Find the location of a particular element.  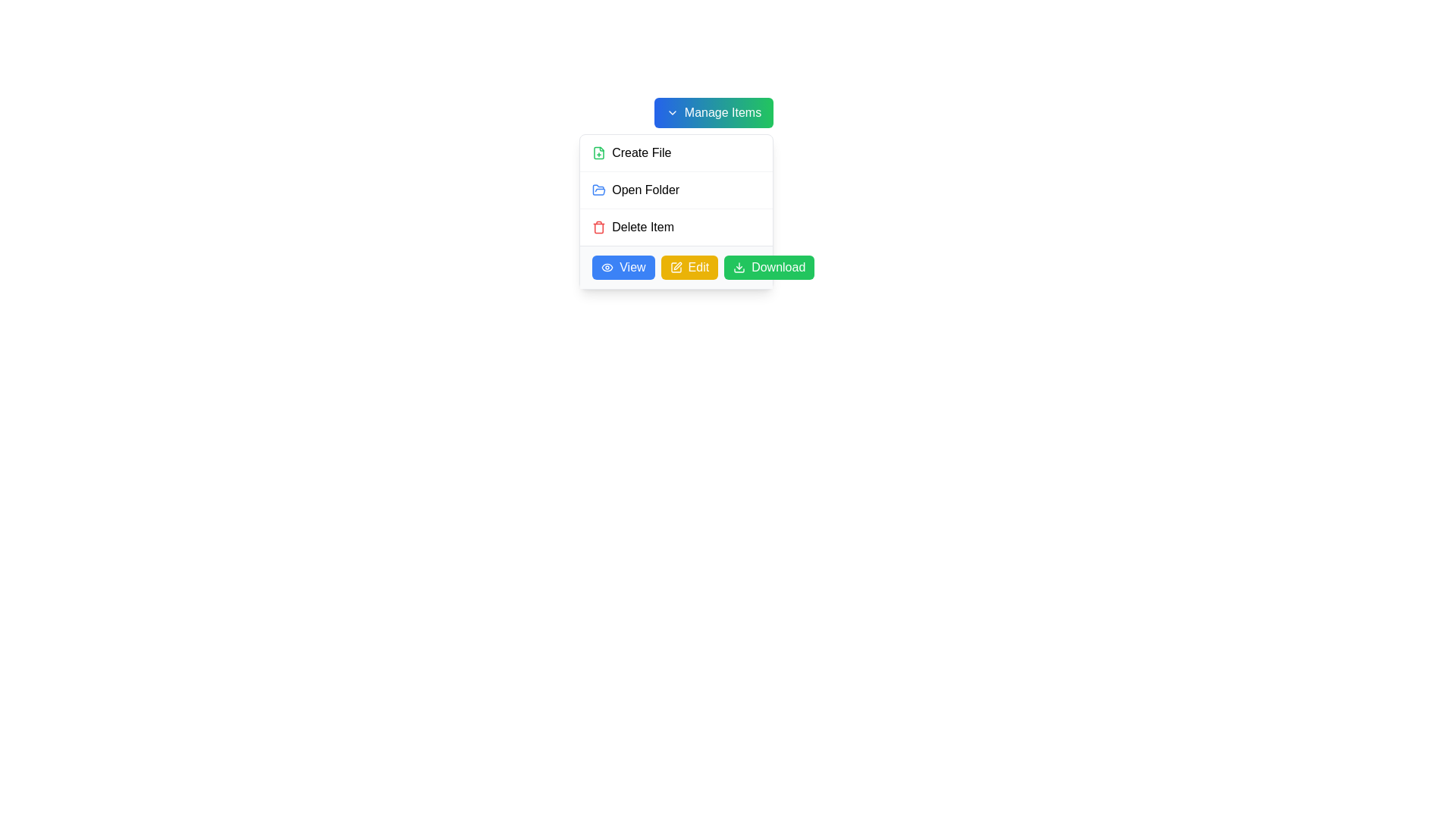

the 'Edit' button, which has a yellow background, rounded corners, and white text, positioned between the 'View' and 'Download' buttons is located at coordinates (689, 267).